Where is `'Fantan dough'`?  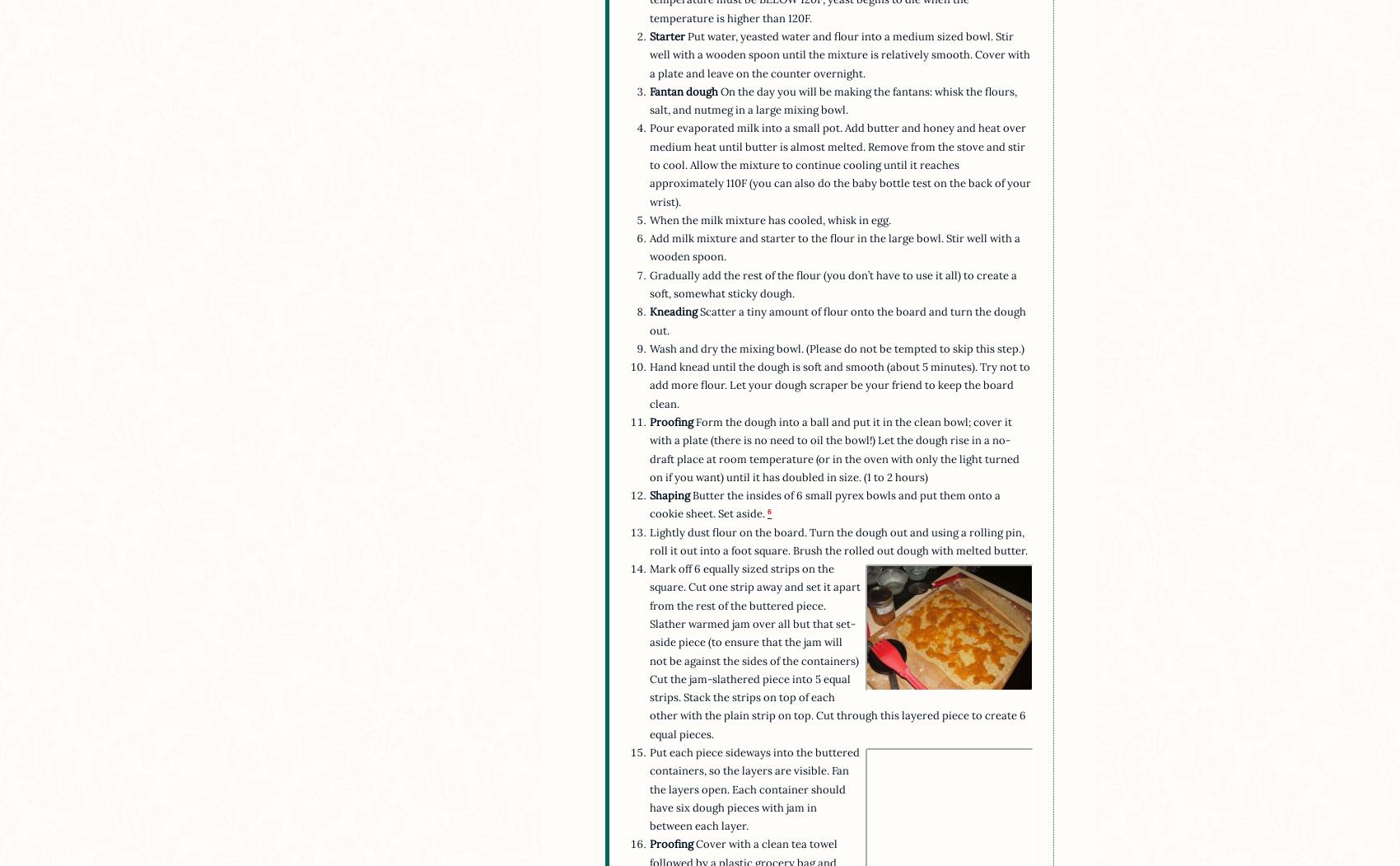 'Fantan dough' is located at coordinates (683, 91).